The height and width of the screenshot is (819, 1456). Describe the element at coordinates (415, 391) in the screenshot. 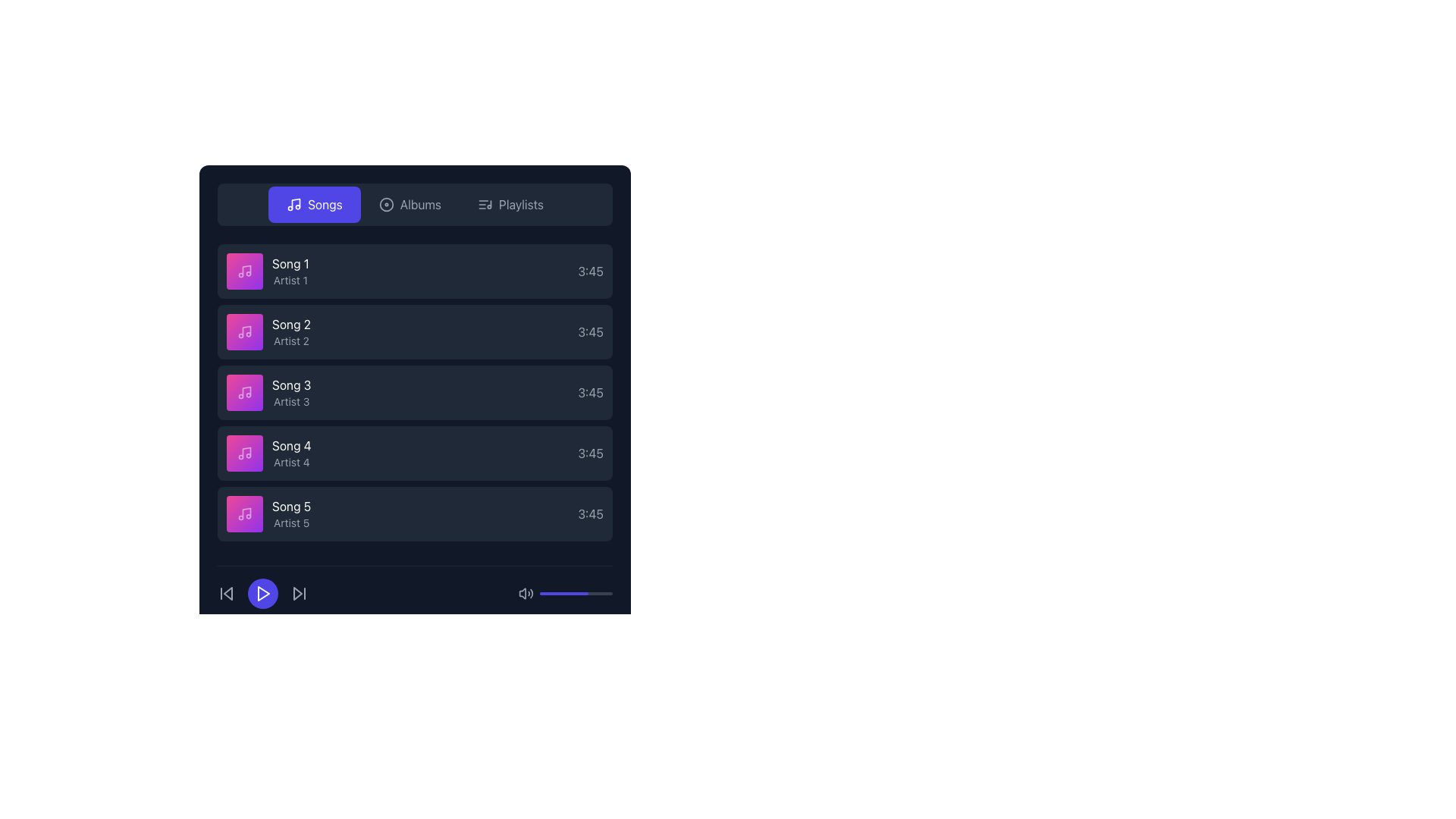

I see `the third item in the playlist interface to play or select the music track, which displays the track's title, artist, and duration` at that location.